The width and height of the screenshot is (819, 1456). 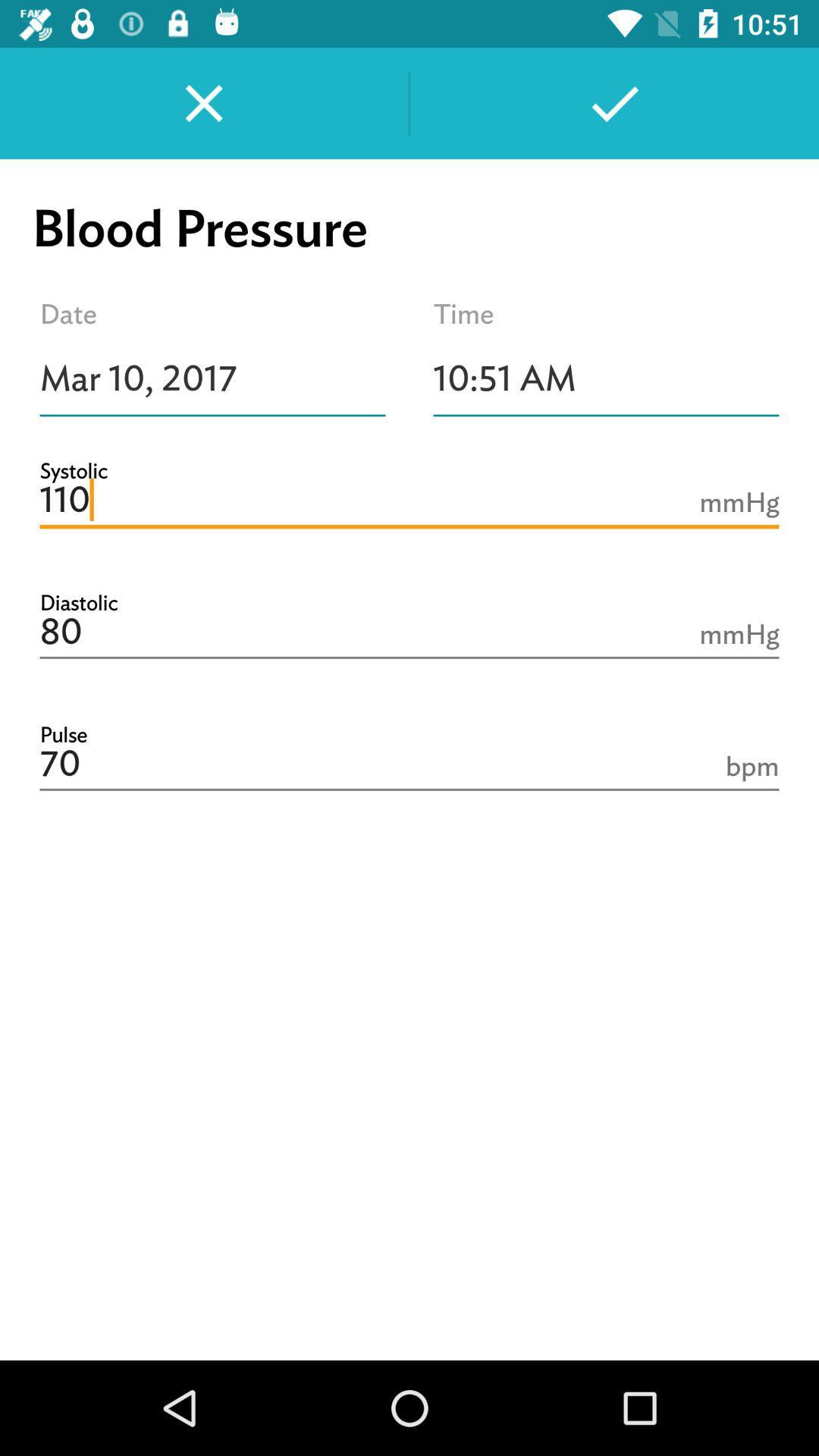 What do you see at coordinates (409, 500) in the screenshot?
I see `the icon below mar 10, 2017` at bounding box center [409, 500].